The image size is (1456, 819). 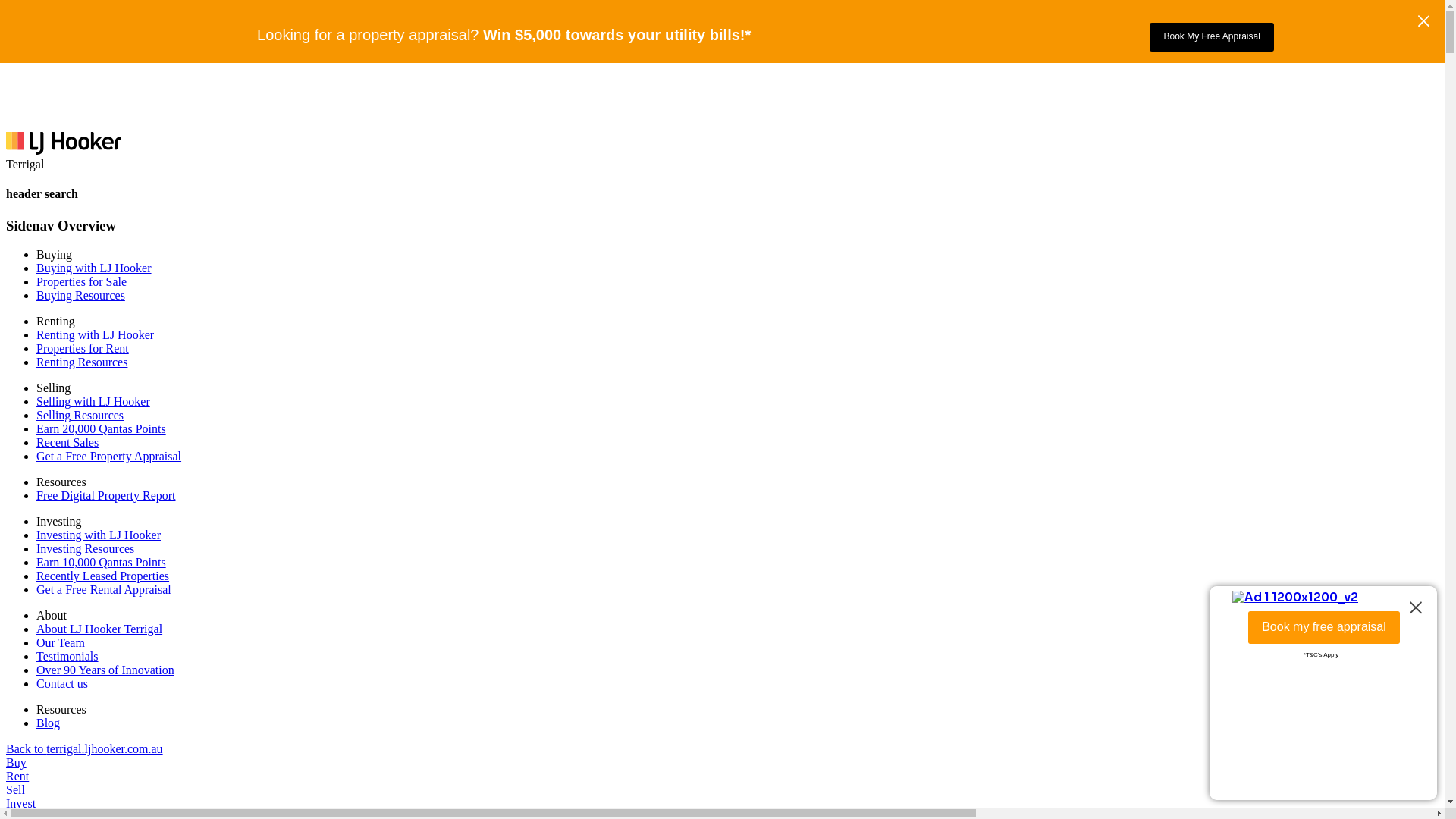 I want to click on 'Renting Resources', so click(x=36, y=362).